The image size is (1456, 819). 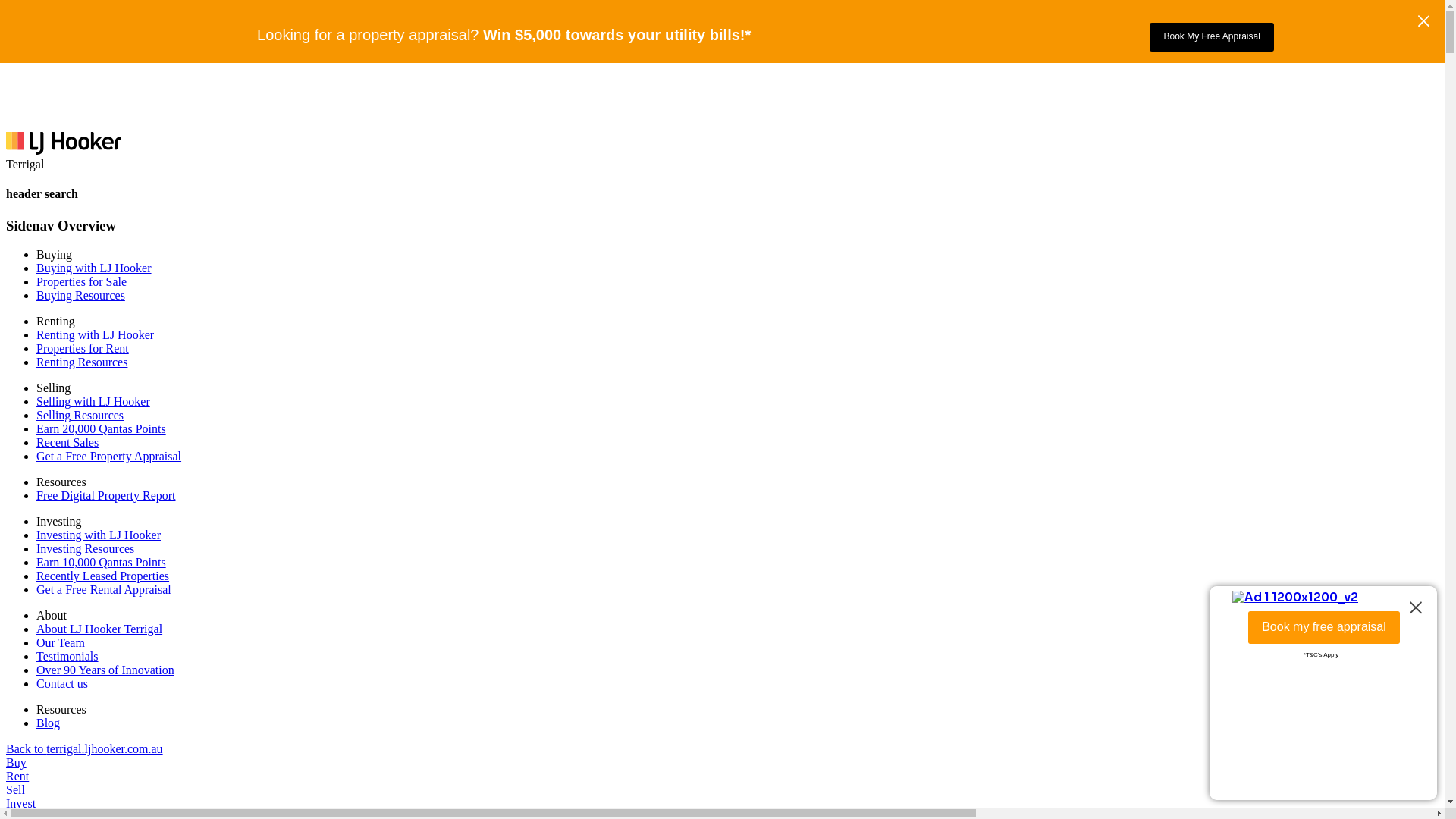 I want to click on 'Renting Resources', so click(x=36, y=362).